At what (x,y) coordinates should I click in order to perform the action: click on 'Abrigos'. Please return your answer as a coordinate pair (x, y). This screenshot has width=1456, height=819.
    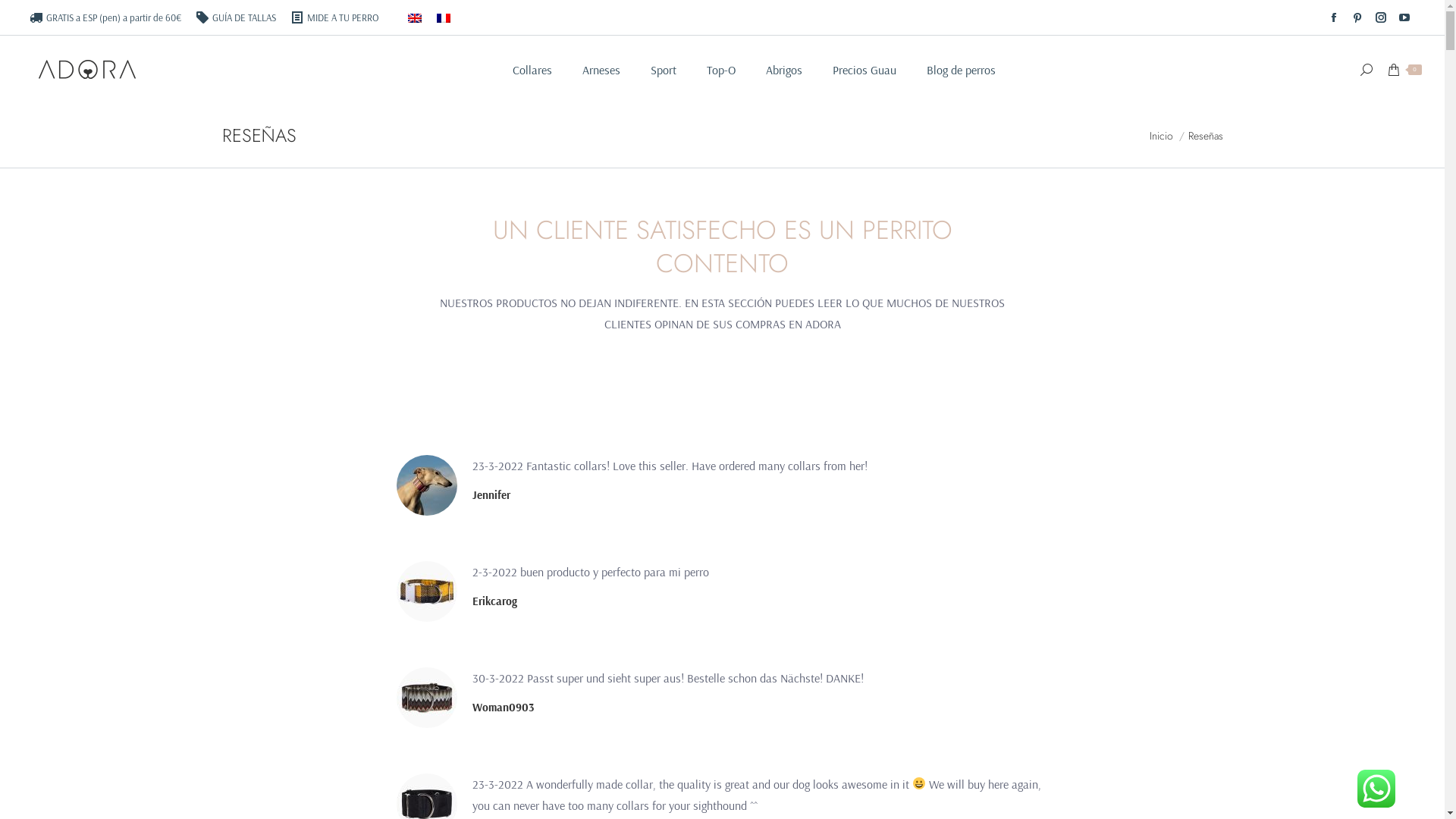
    Looking at the image, I should click on (783, 70).